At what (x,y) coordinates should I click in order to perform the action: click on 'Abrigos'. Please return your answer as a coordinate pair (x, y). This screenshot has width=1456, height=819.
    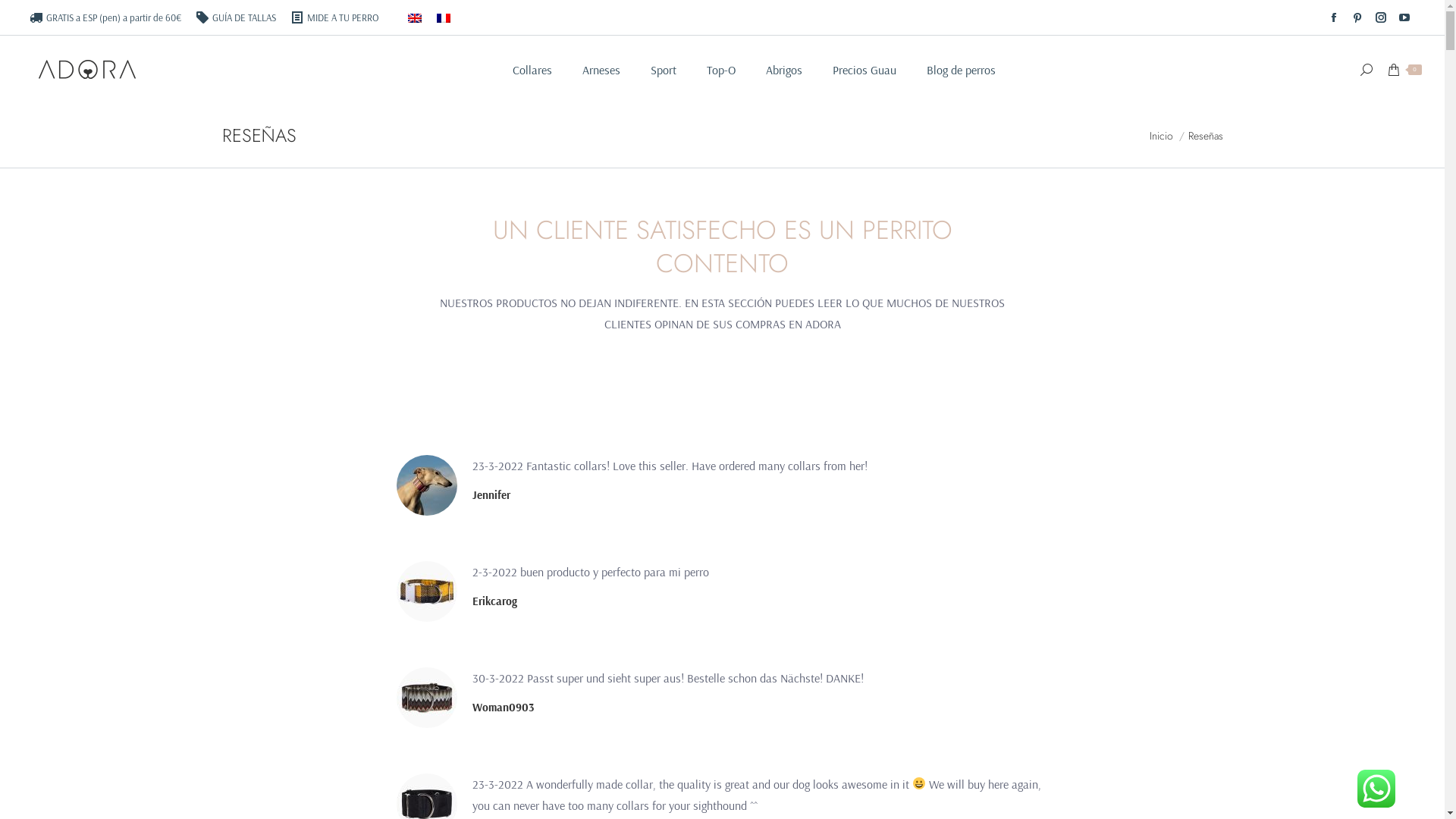
    Looking at the image, I should click on (783, 70).